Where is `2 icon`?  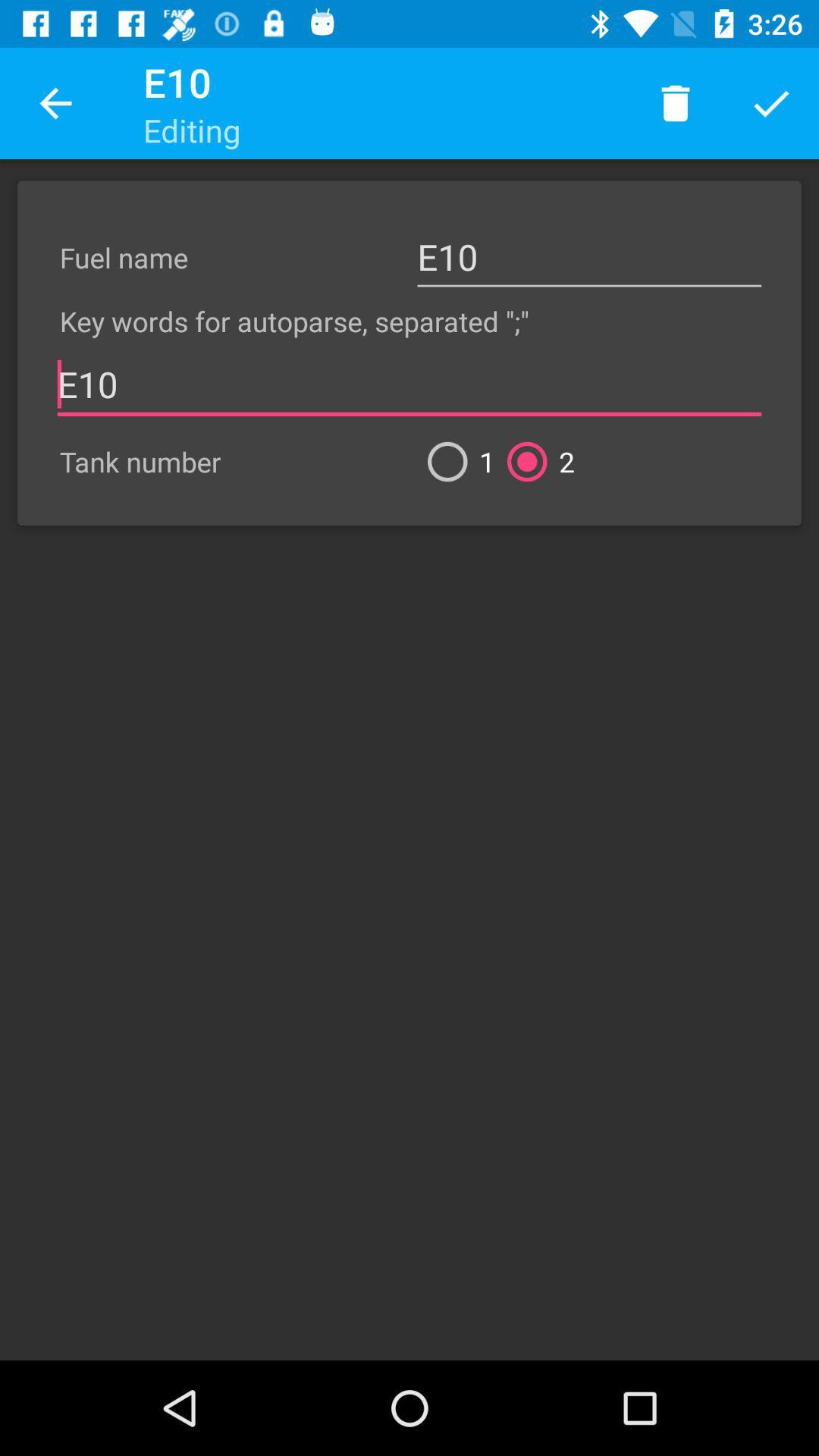
2 icon is located at coordinates (534, 461).